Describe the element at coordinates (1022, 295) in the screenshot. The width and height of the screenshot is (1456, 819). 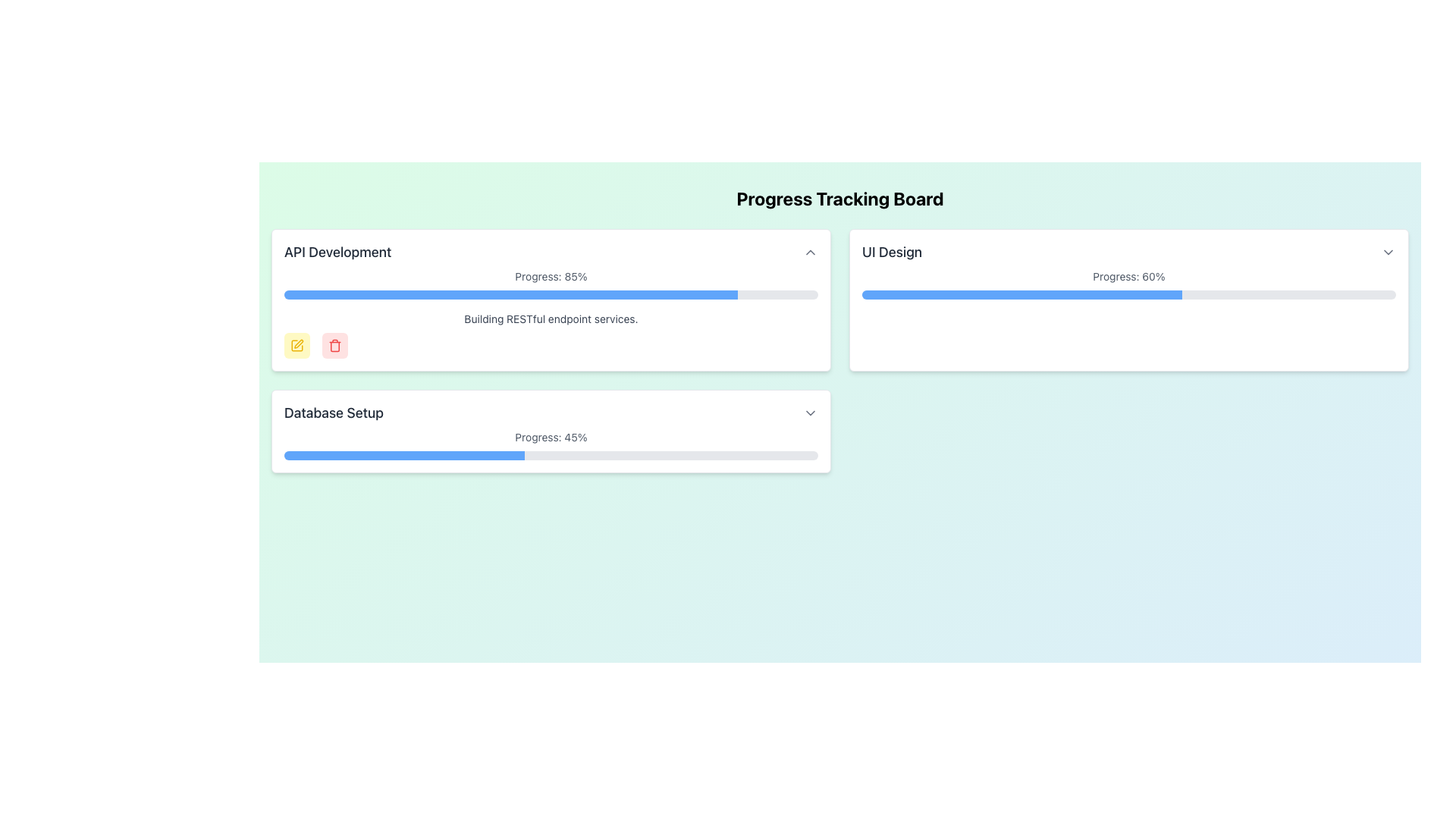
I see `the blue portion of the progress bar indicating 60% completion in the 'UI Design' card on the 'Progress Tracking Board'` at that location.